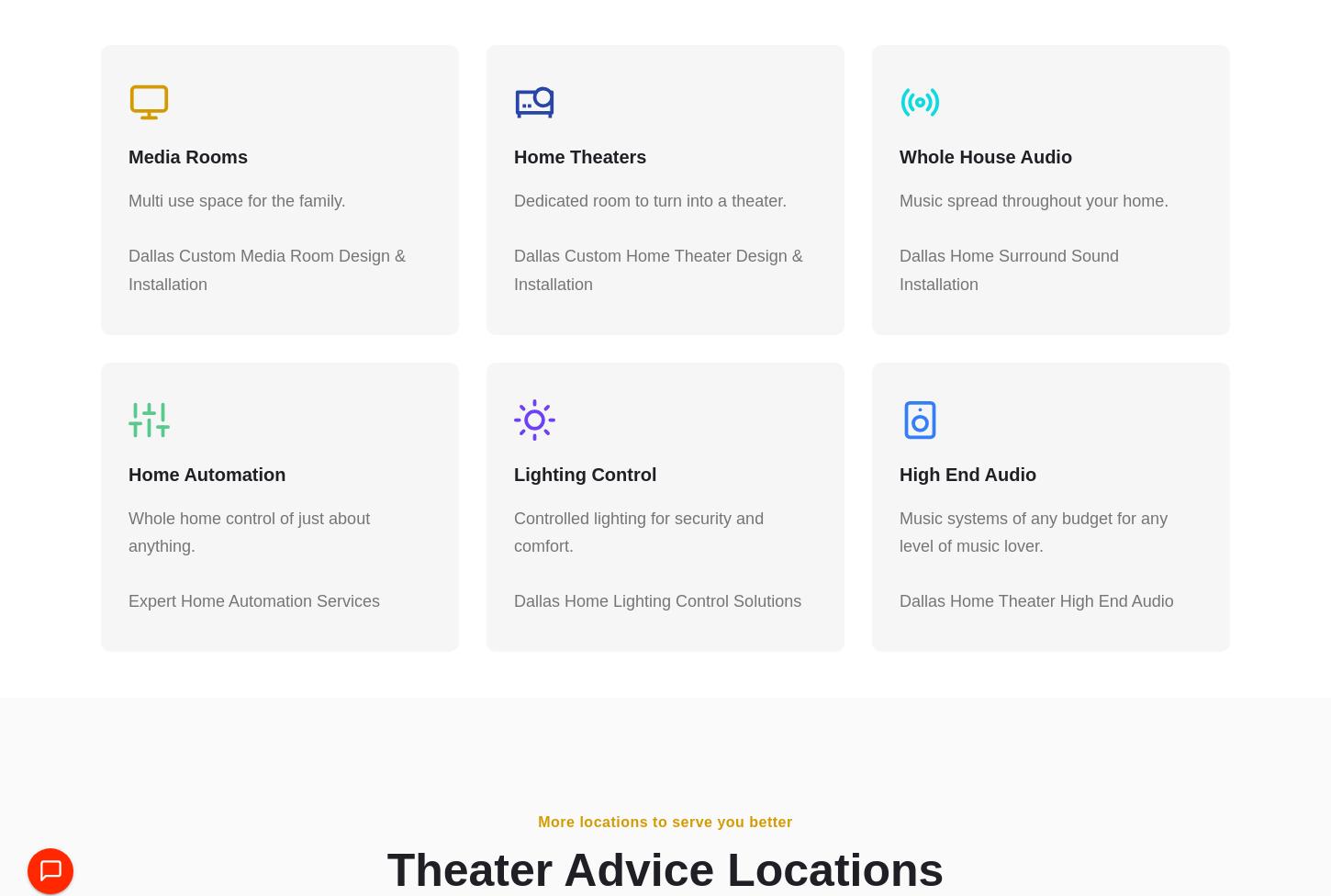  Describe the element at coordinates (584, 482) in the screenshot. I see `'Lighting Control'` at that location.